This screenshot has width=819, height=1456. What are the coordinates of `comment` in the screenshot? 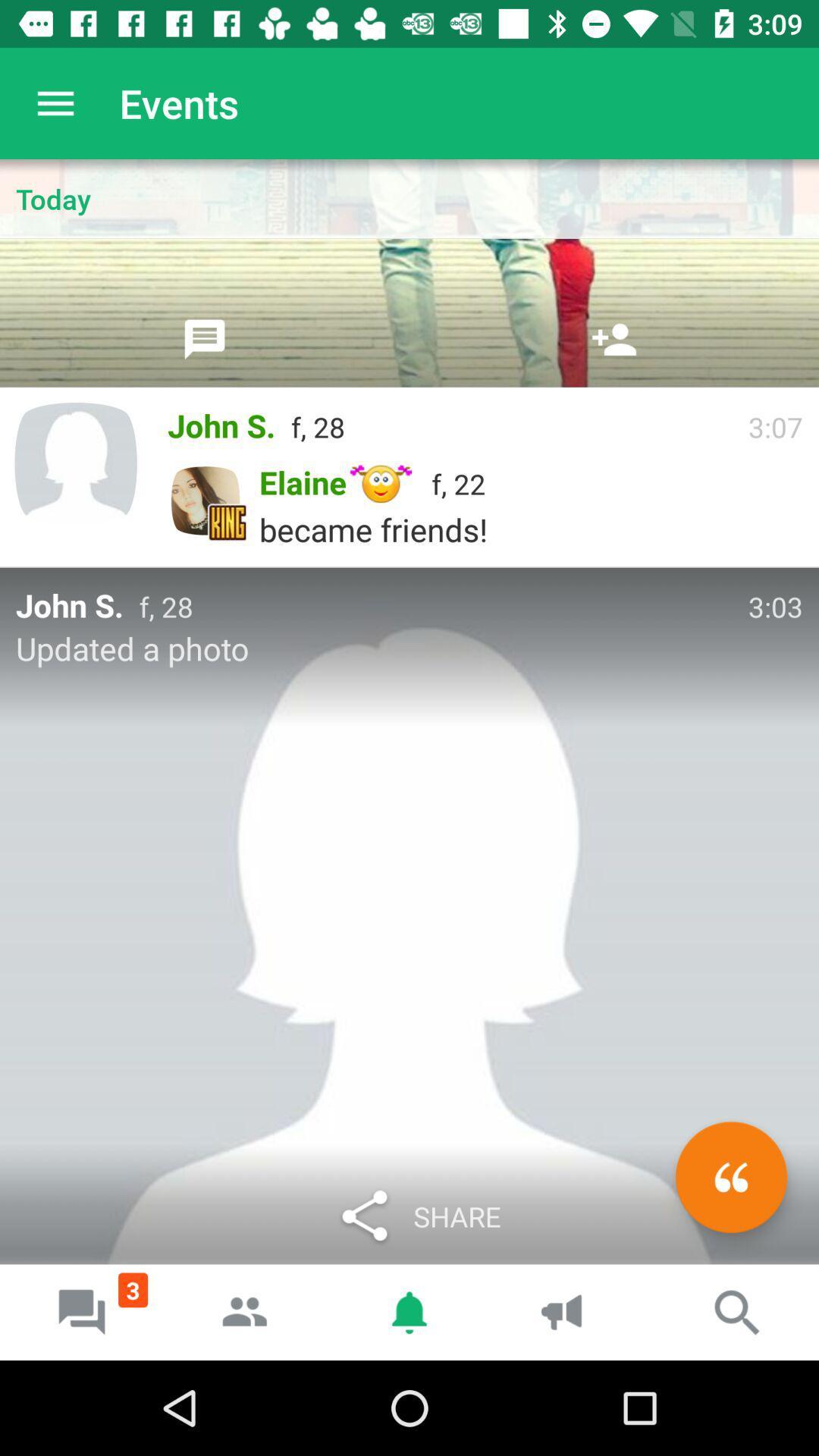 It's located at (205, 338).